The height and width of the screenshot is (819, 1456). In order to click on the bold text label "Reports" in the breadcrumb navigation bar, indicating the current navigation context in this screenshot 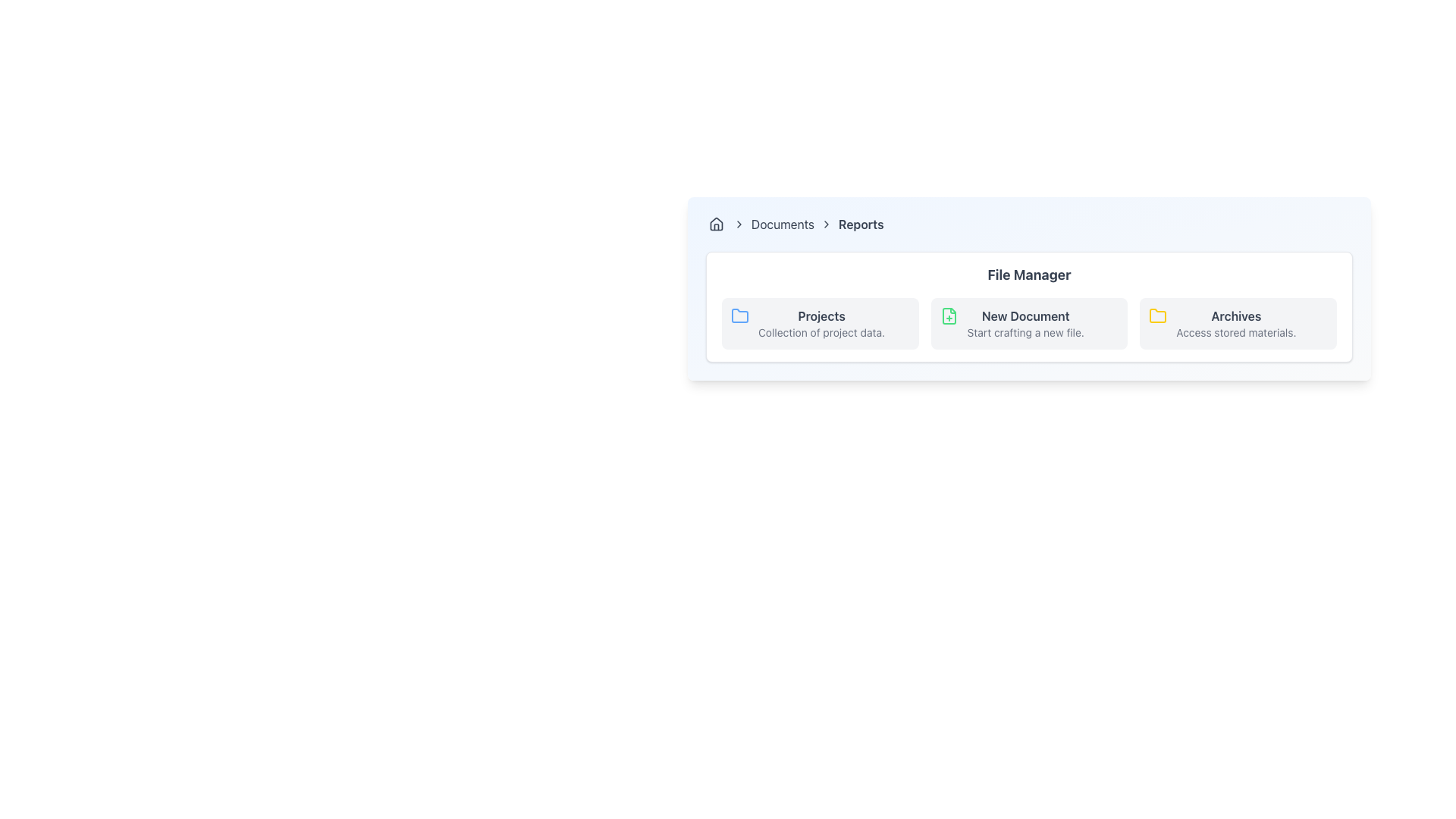, I will do `click(861, 224)`.